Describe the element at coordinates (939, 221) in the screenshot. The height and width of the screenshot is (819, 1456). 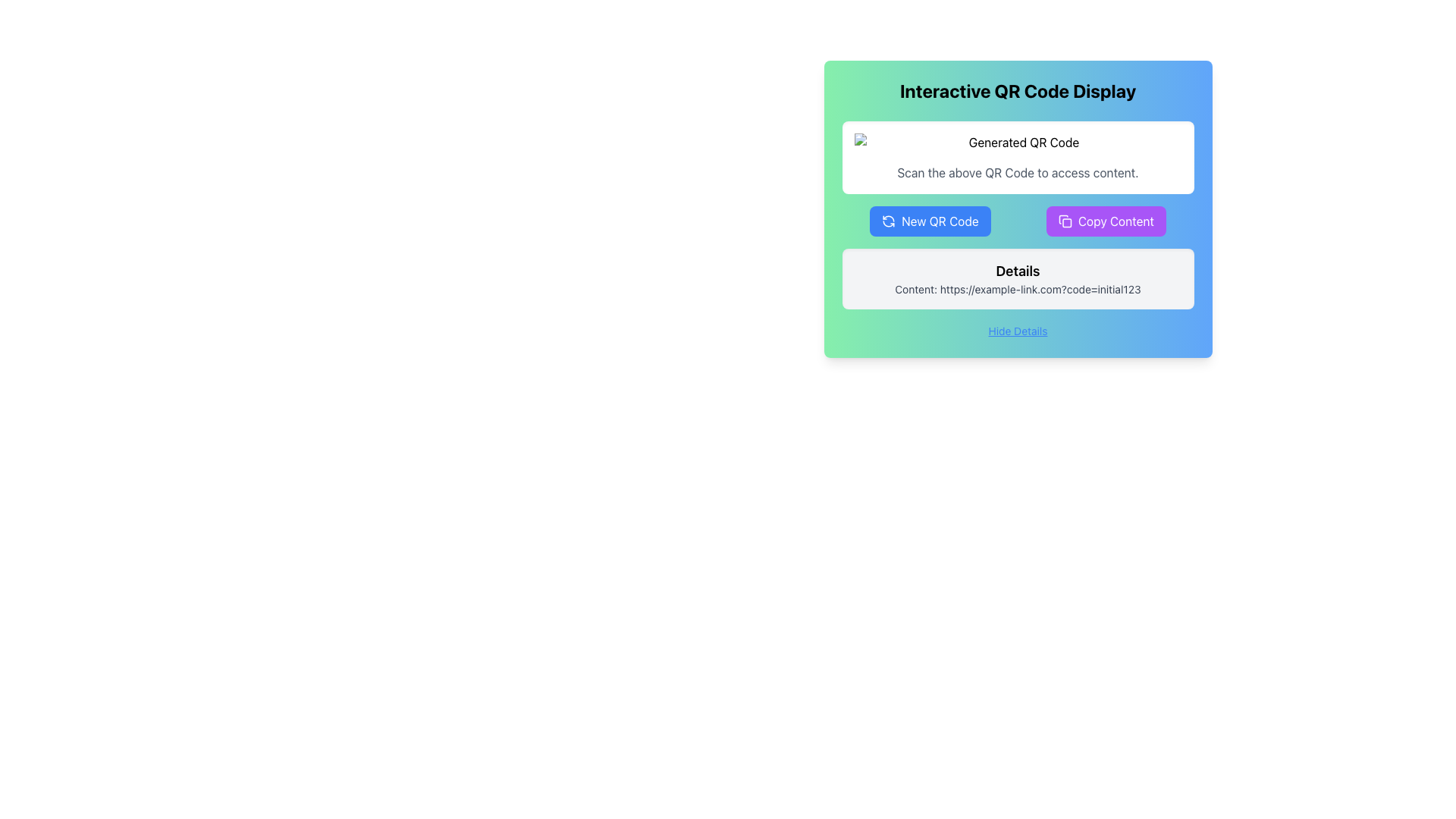
I see `the 'New QR Code' static text label within the interactive button` at that location.